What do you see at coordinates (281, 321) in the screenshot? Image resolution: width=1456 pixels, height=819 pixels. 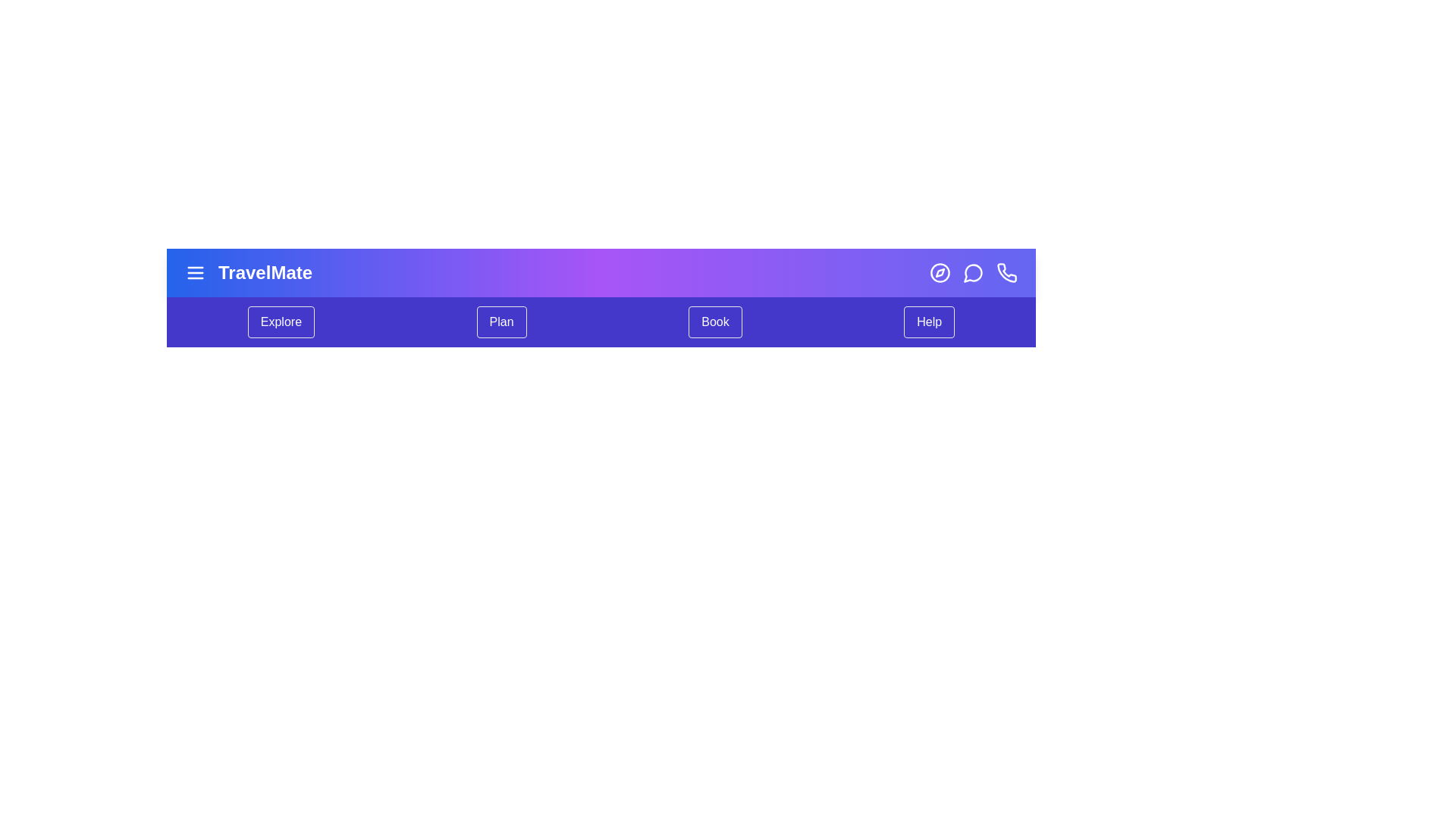 I see `the 'Explore' menu item in the navigation bar` at bounding box center [281, 321].